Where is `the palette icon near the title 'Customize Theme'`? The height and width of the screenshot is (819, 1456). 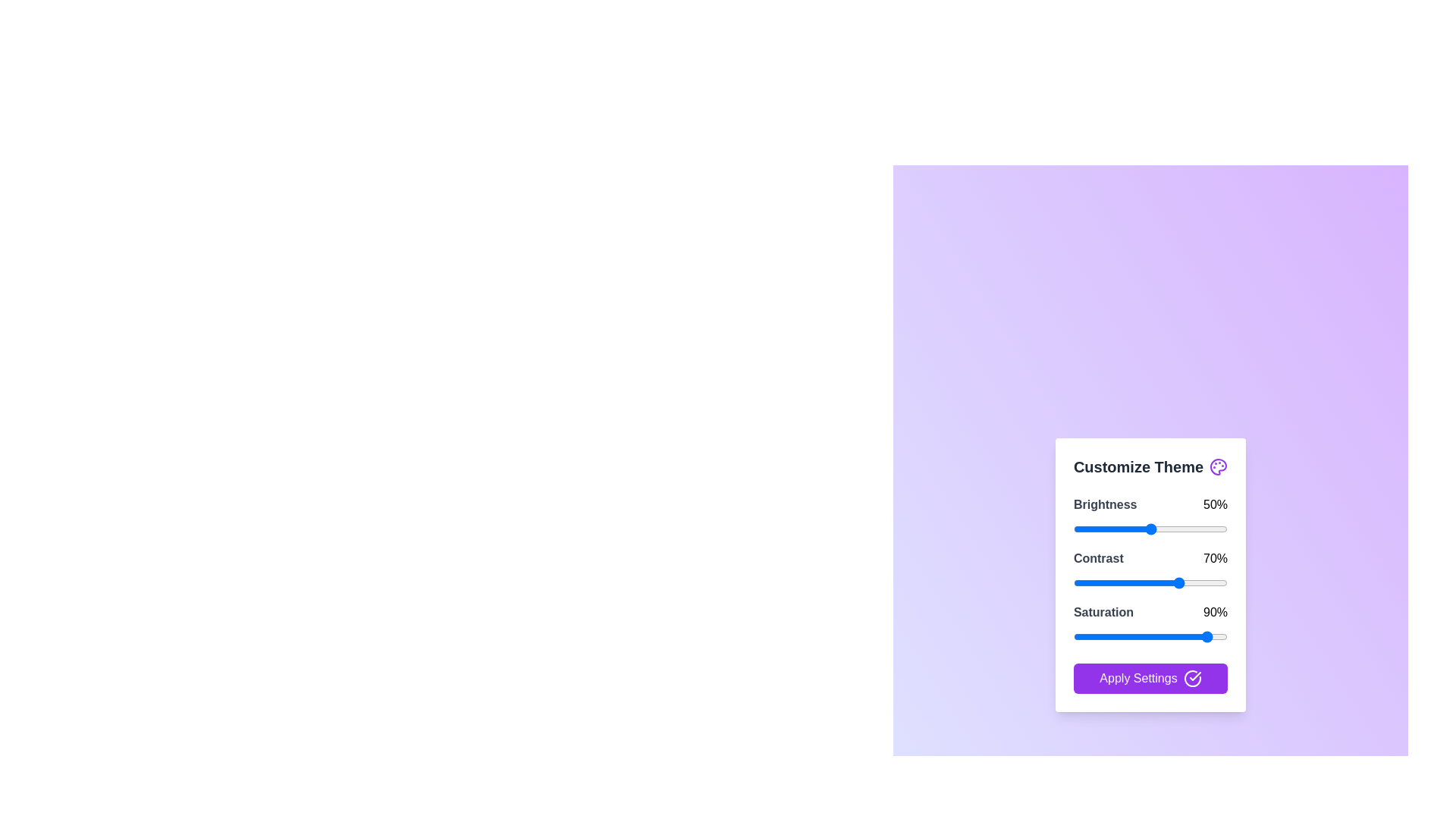 the palette icon near the title 'Customize Theme' is located at coordinates (1219, 465).